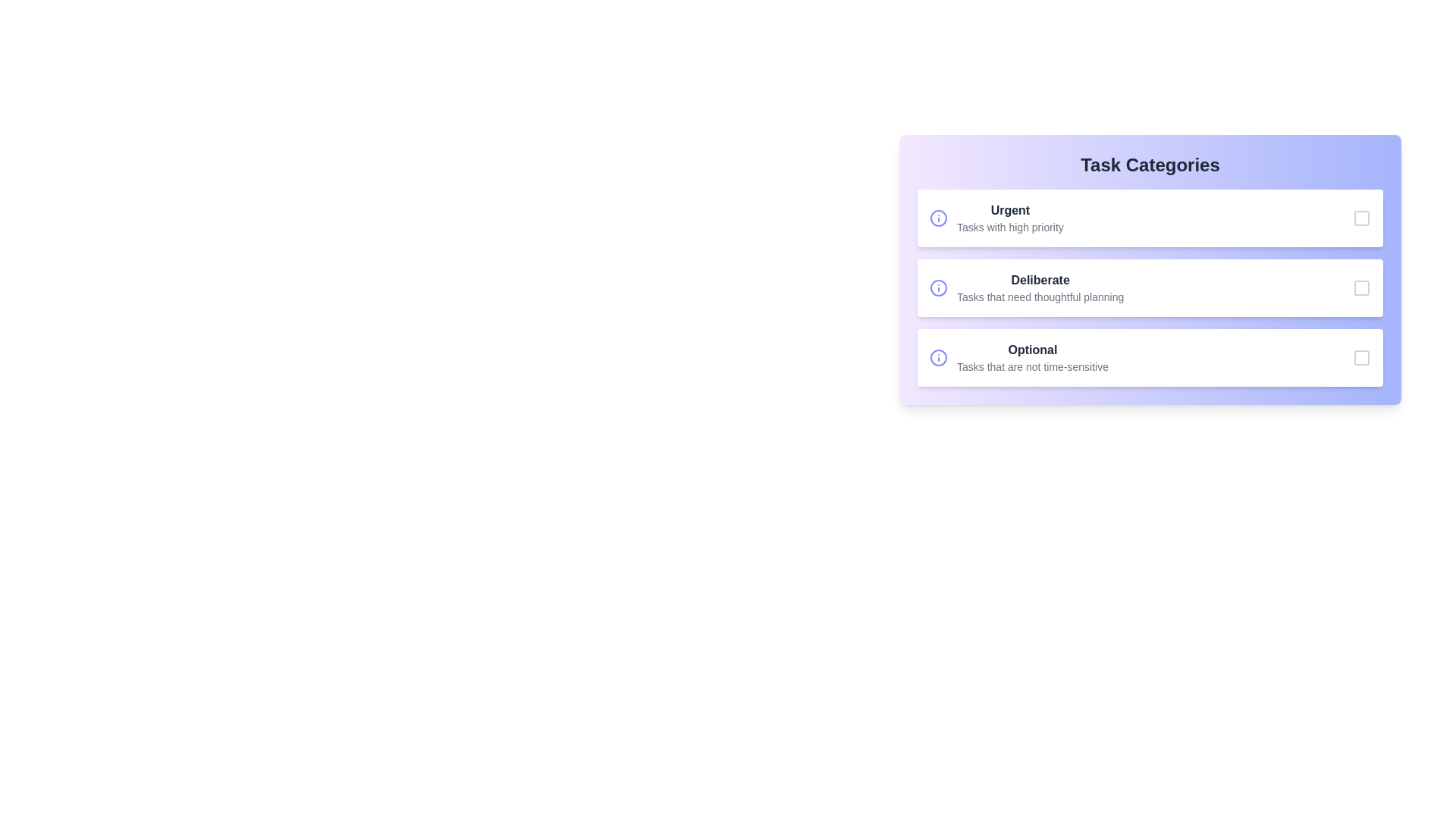  I want to click on the 'Task Categories' header to focus on the component, so click(1150, 165).